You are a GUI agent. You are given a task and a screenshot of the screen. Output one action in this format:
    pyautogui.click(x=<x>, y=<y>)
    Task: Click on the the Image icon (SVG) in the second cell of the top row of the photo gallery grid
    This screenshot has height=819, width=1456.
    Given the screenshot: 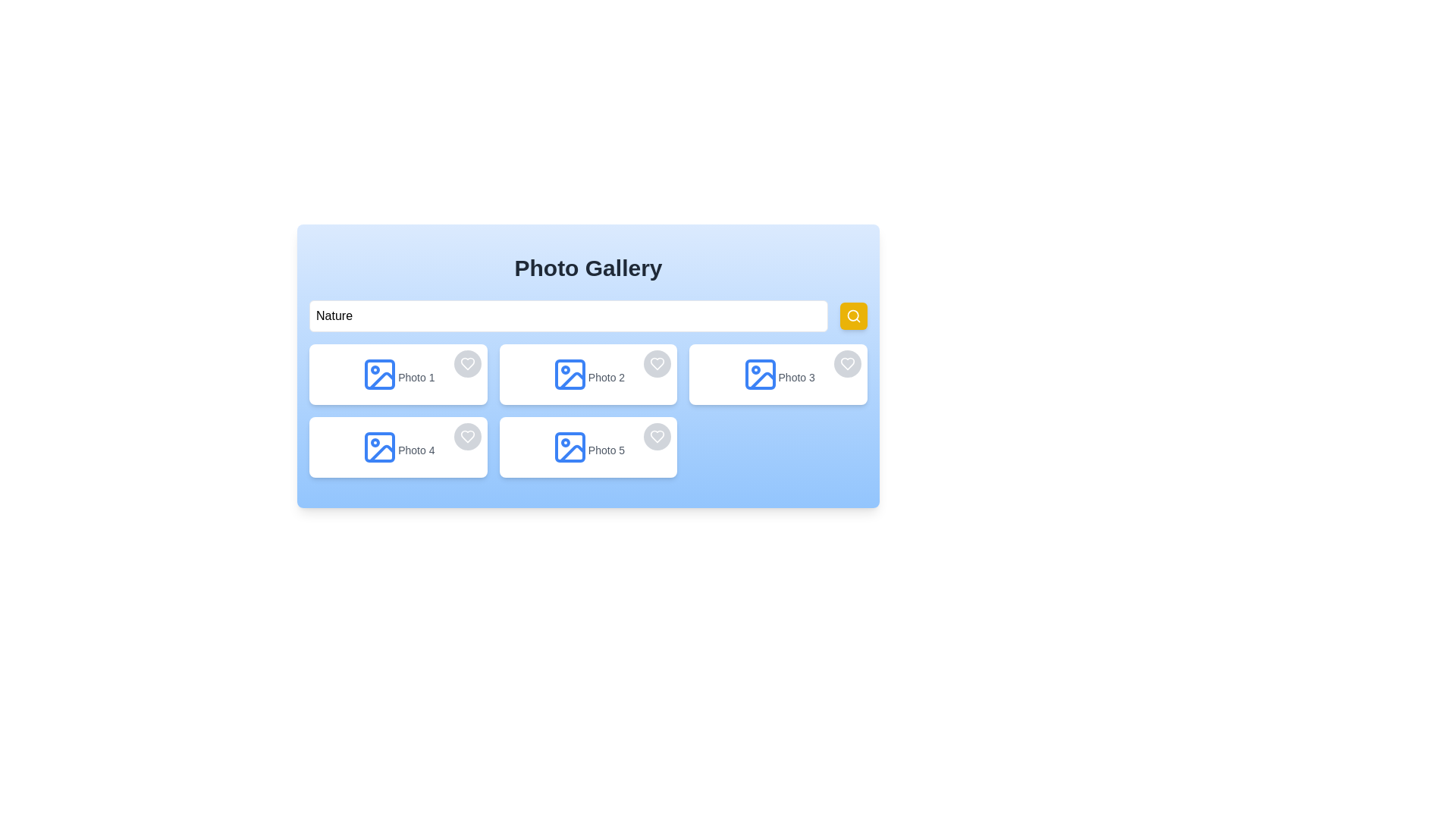 What is the action you would take?
    pyautogui.click(x=569, y=374)
    